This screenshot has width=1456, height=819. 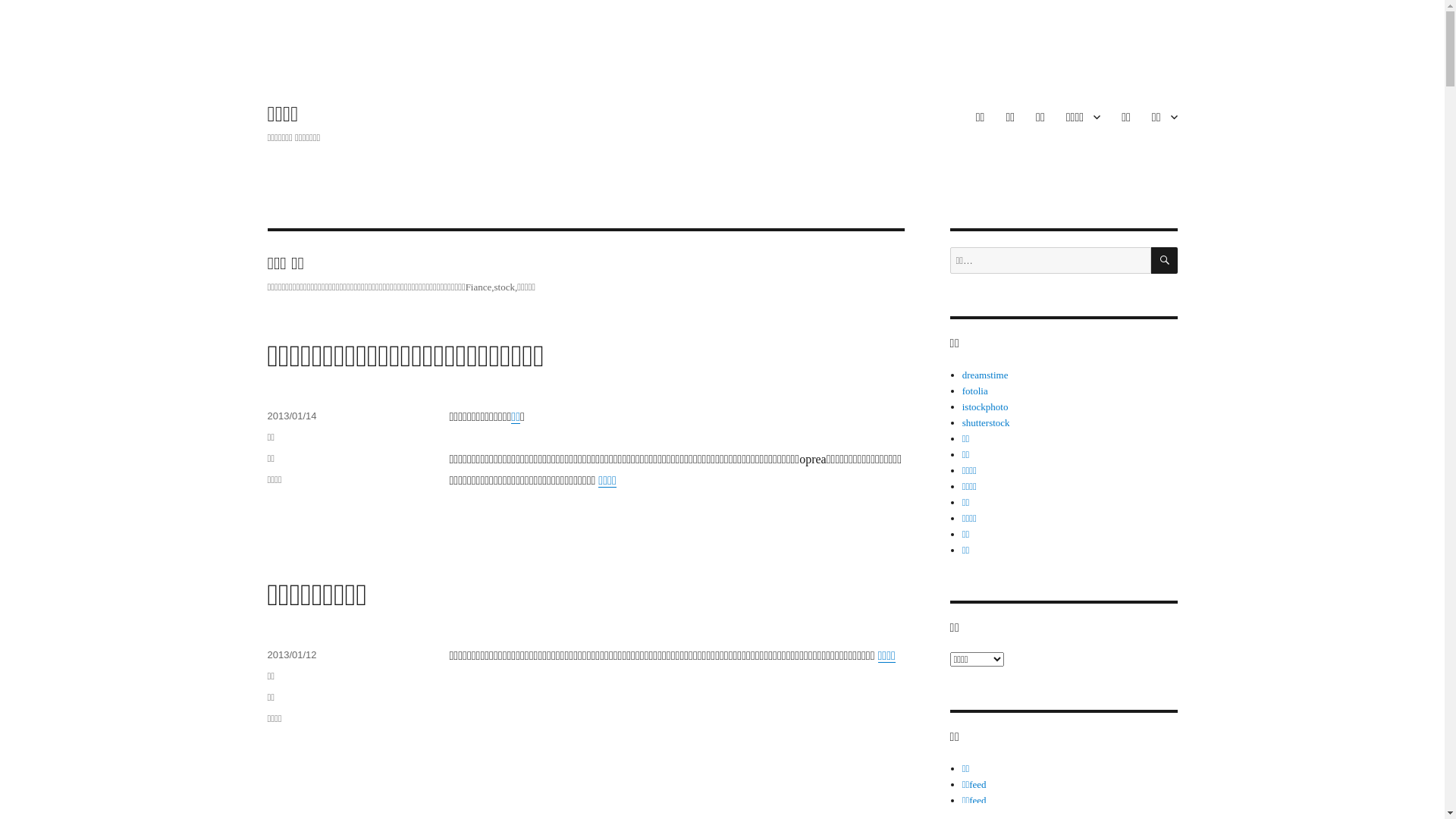 What do you see at coordinates (961, 406) in the screenshot?
I see `'istockphoto'` at bounding box center [961, 406].